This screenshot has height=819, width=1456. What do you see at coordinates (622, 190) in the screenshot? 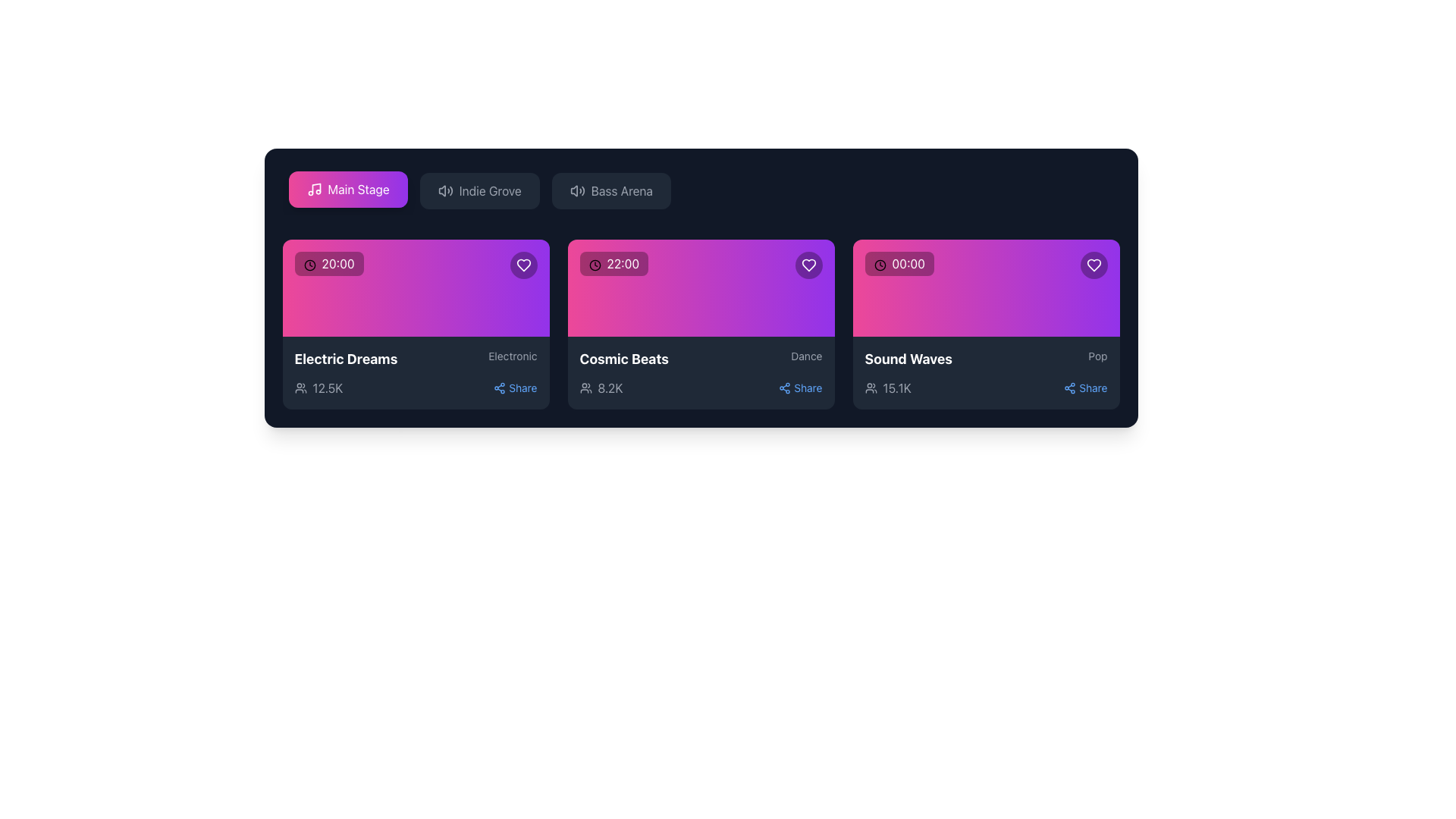
I see `the 'Bass Arena' button, which is a dark-themed rectangular button with rounded corners containing gray text and an icon to its left, located as the third option in a horizontal row of three buttons` at bounding box center [622, 190].